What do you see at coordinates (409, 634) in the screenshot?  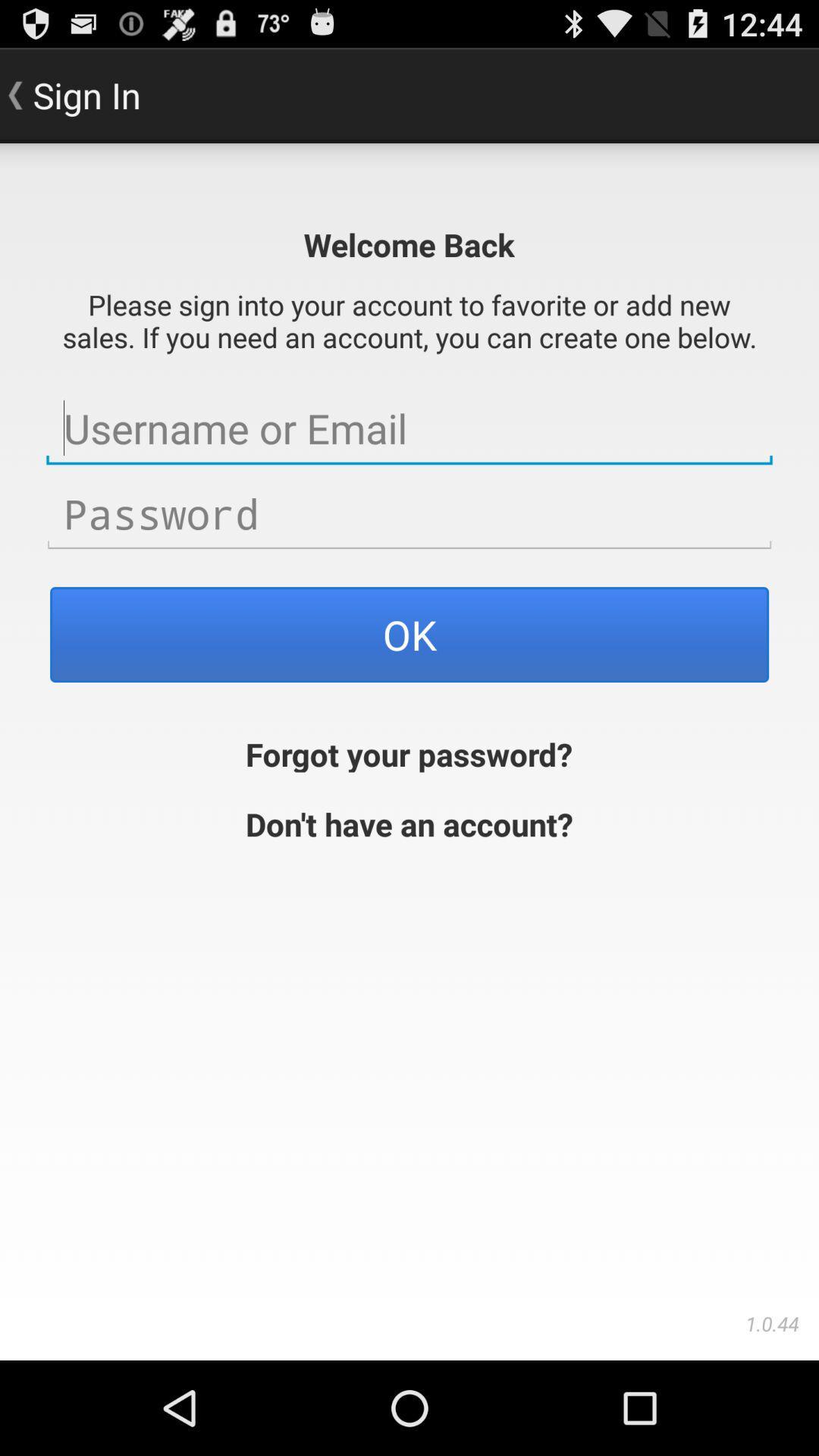 I see `ok` at bounding box center [409, 634].